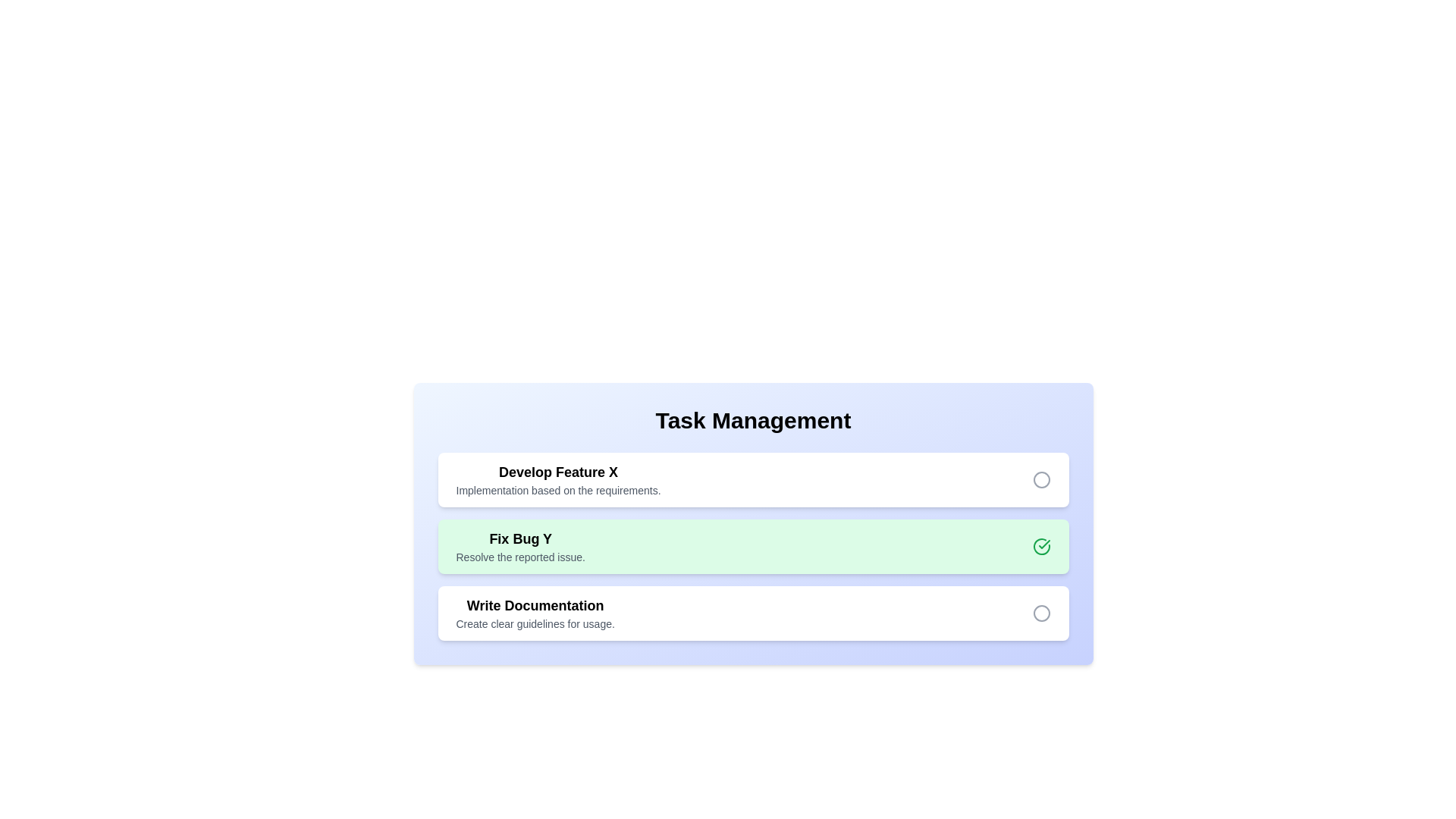  What do you see at coordinates (1040, 613) in the screenshot?
I see `the task completion icon of the task titled 'Write Documentation' to toggle its completion status` at bounding box center [1040, 613].